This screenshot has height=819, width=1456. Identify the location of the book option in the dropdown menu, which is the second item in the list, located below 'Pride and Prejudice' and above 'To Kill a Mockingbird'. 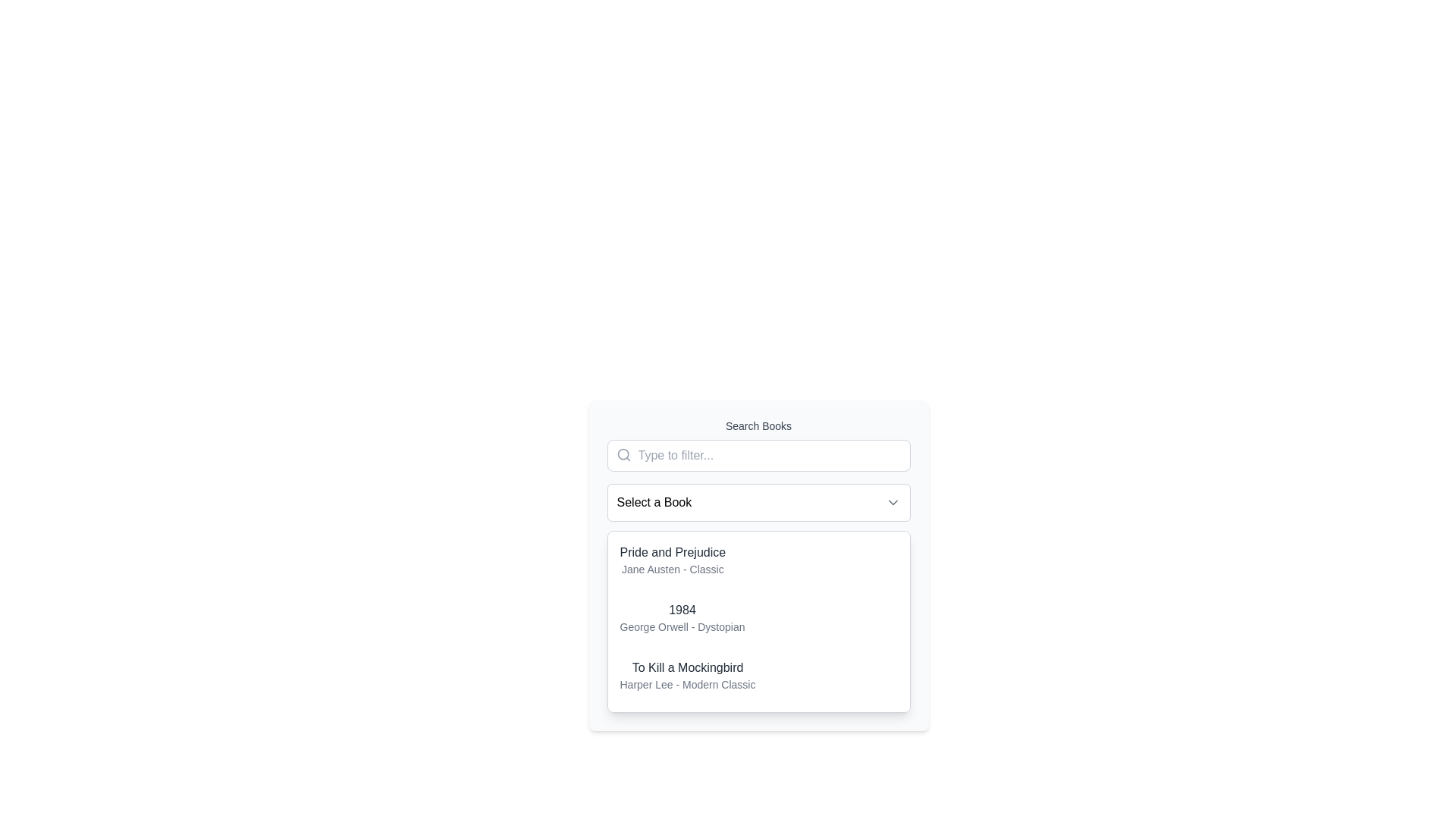
(681, 617).